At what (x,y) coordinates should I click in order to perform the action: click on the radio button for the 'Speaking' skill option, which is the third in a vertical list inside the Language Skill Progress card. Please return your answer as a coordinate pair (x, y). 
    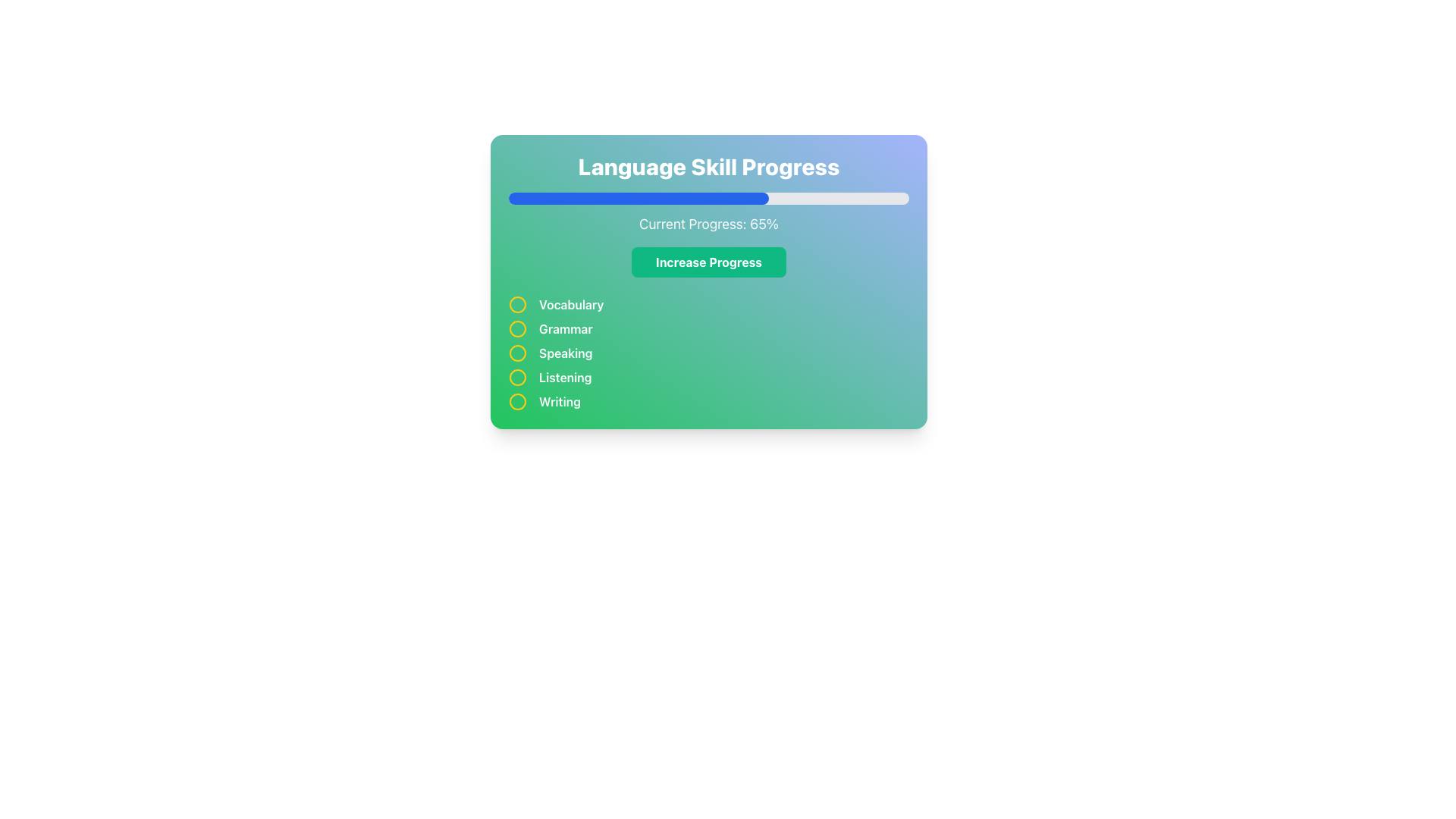
    Looking at the image, I should click on (517, 353).